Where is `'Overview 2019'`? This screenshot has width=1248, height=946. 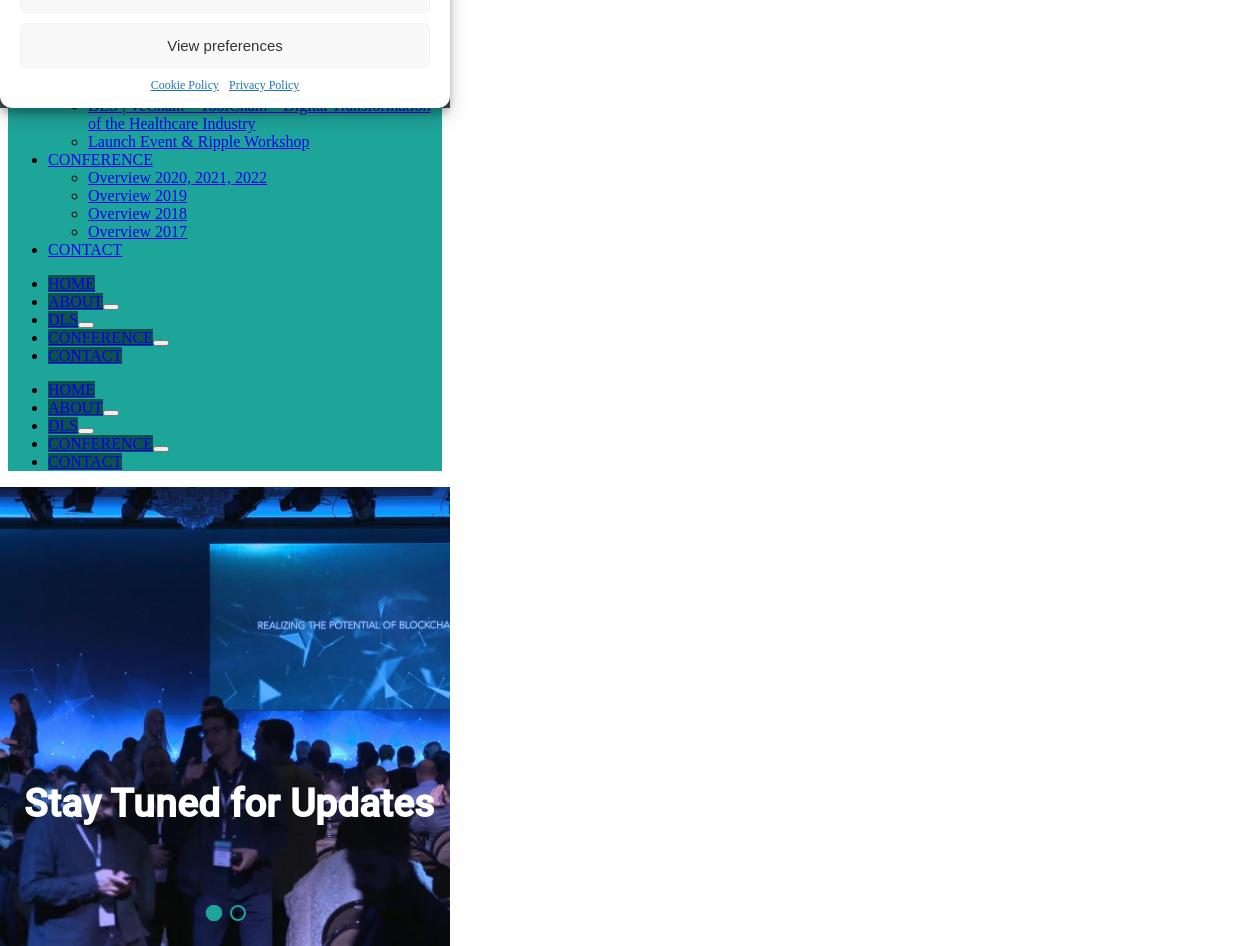
'Overview 2019' is located at coordinates (86, 194).